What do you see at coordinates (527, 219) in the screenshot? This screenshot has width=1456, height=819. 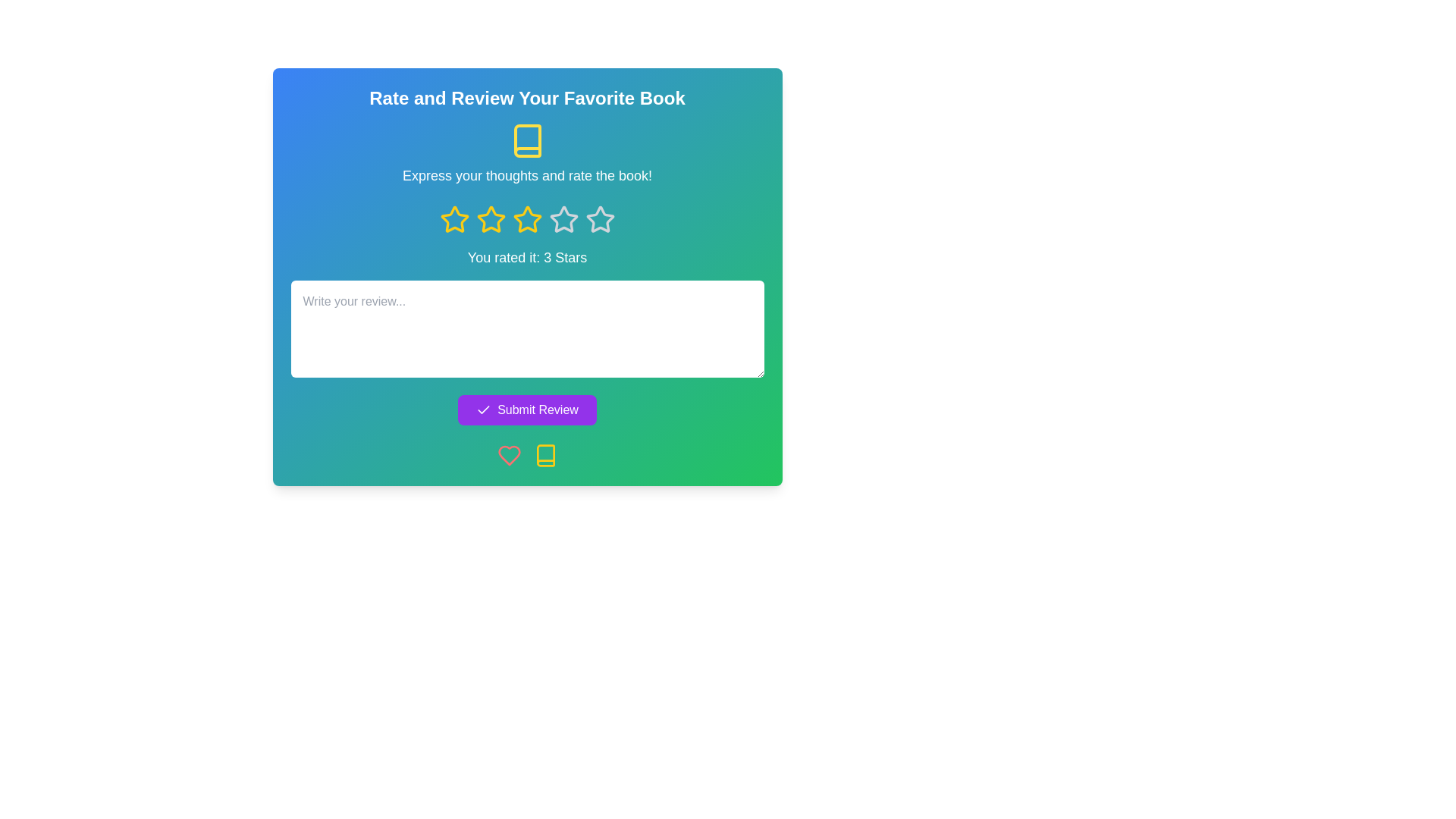 I see `the fourth star in the star-based rating system` at bounding box center [527, 219].